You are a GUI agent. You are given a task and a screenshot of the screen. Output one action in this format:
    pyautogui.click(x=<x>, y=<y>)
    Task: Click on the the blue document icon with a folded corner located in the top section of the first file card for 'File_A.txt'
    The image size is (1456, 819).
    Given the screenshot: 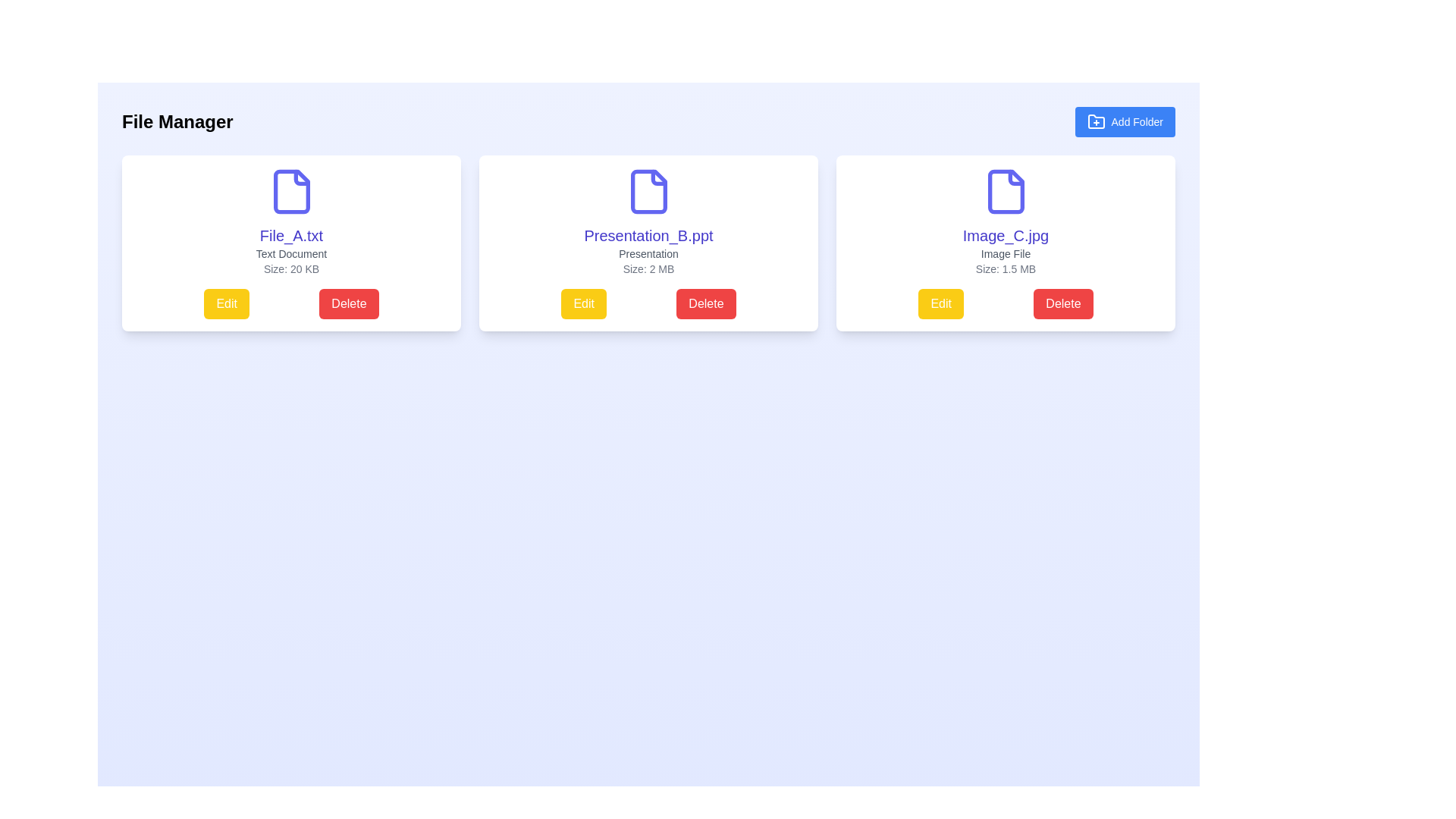 What is the action you would take?
    pyautogui.click(x=291, y=191)
    